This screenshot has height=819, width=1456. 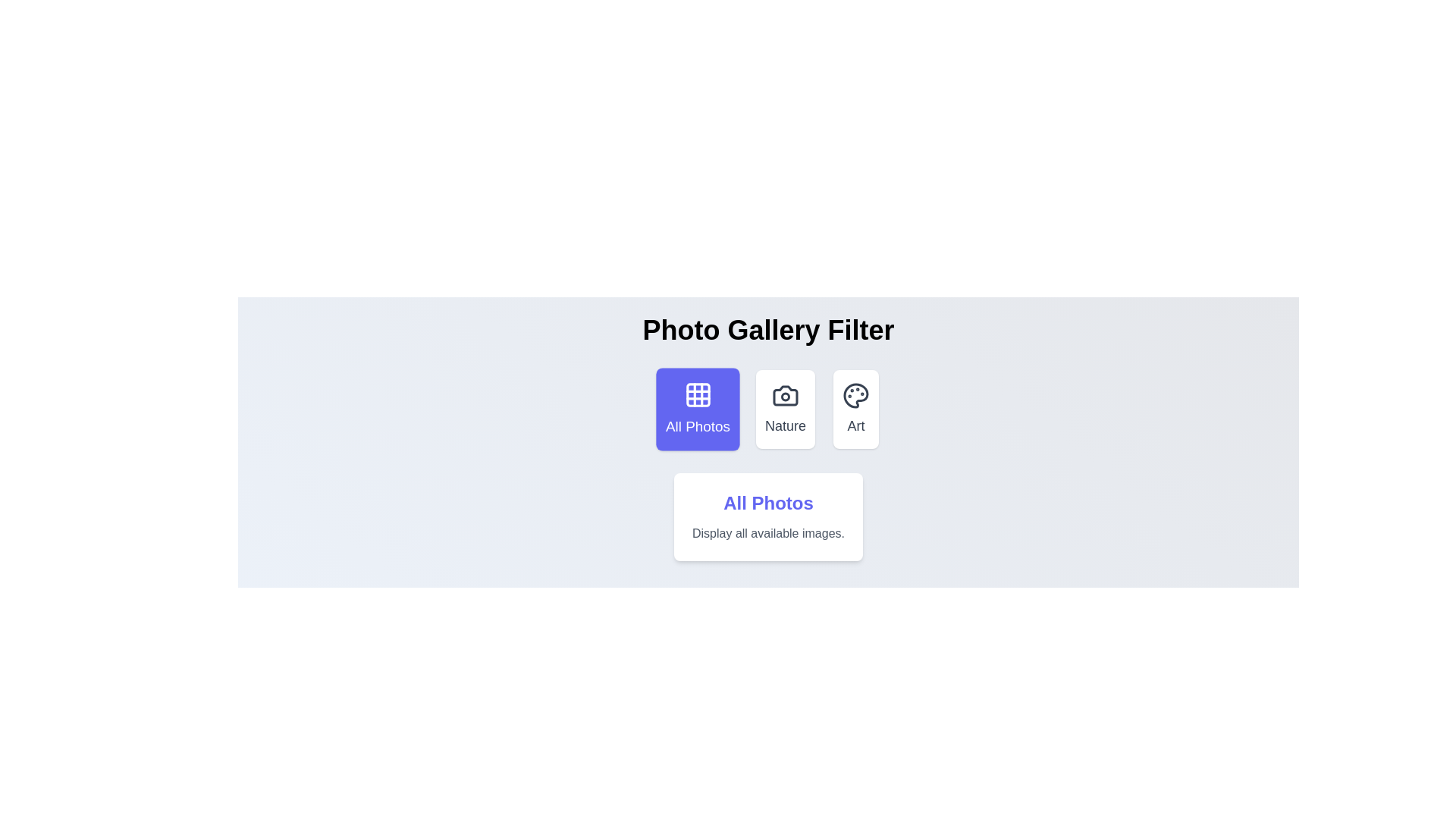 I want to click on the filter button labeled 'Art' to select the corresponding filter, so click(x=855, y=409).